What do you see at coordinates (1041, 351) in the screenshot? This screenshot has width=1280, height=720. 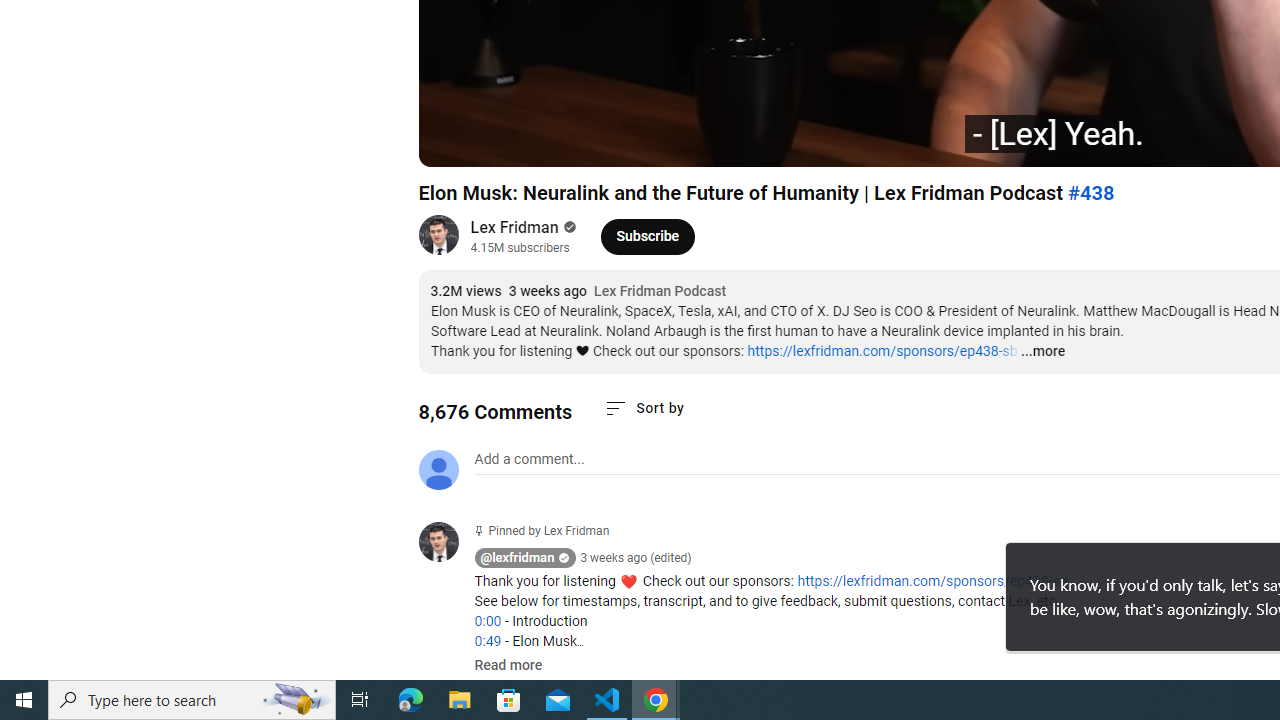 I see `'...more'` at bounding box center [1041, 351].